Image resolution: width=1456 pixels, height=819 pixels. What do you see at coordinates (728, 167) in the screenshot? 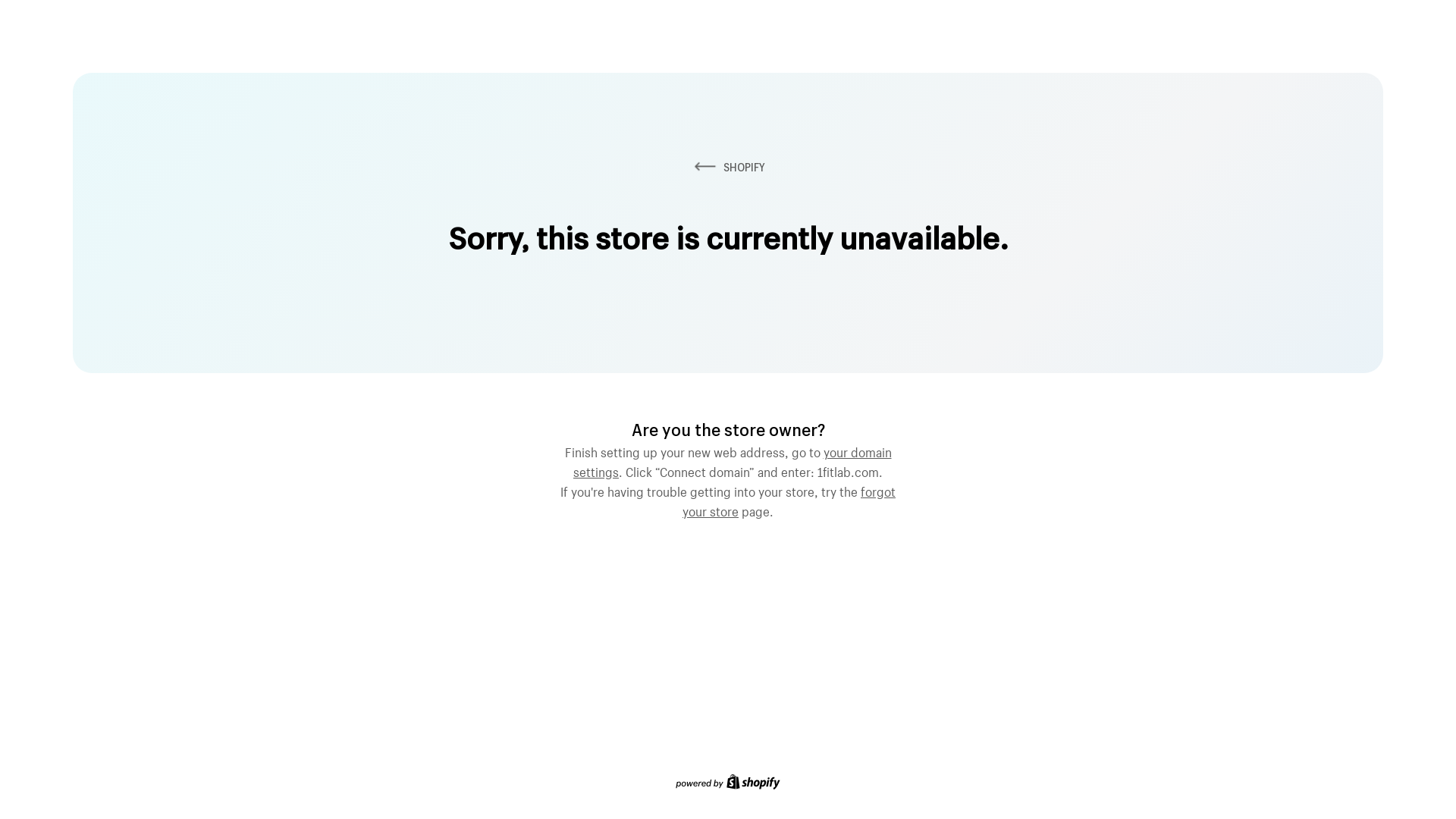
I see `'SHOPIFY'` at bounding box center [728, 167].